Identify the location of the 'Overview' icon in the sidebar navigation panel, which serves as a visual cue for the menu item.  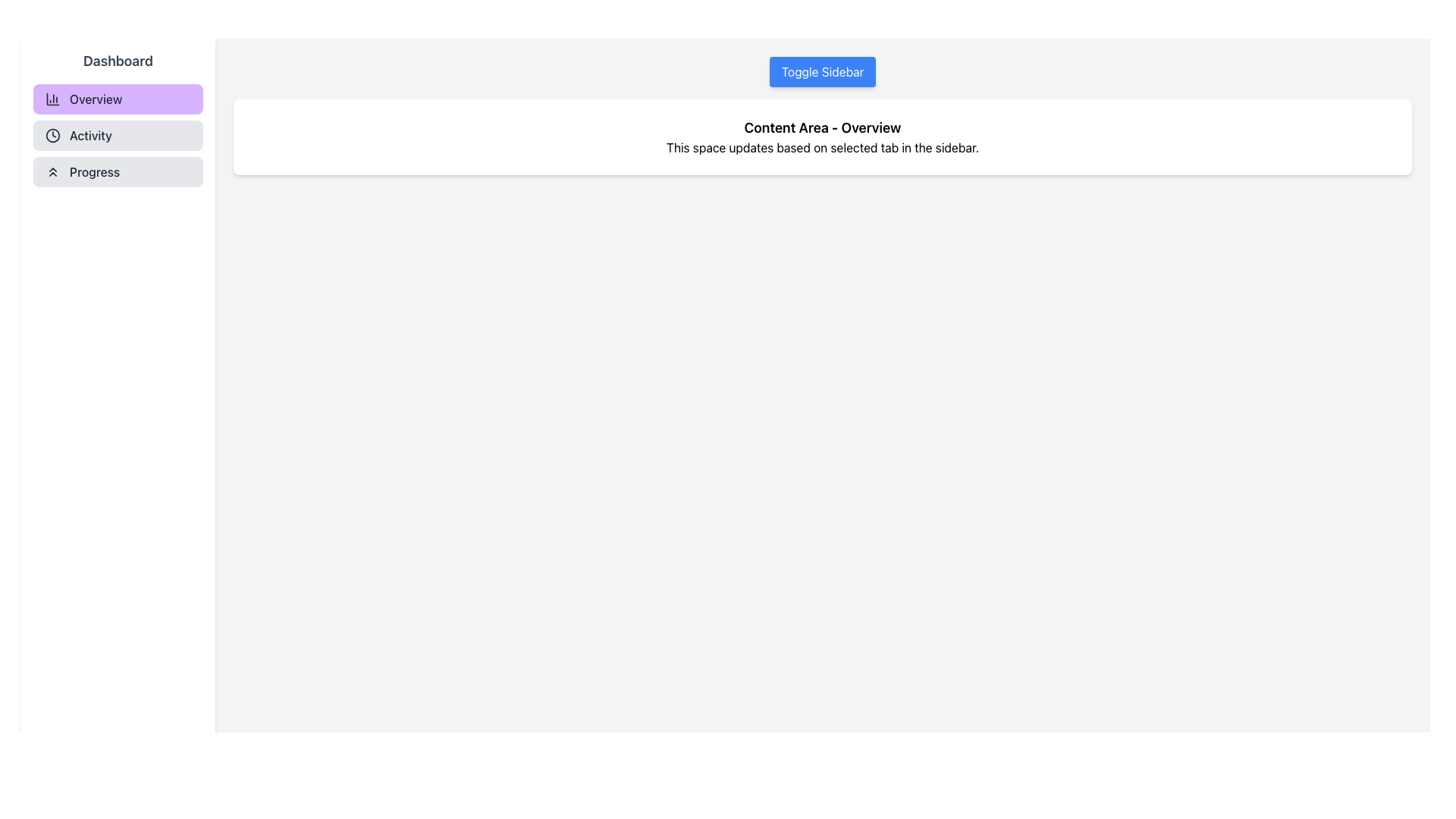
(53, 99).